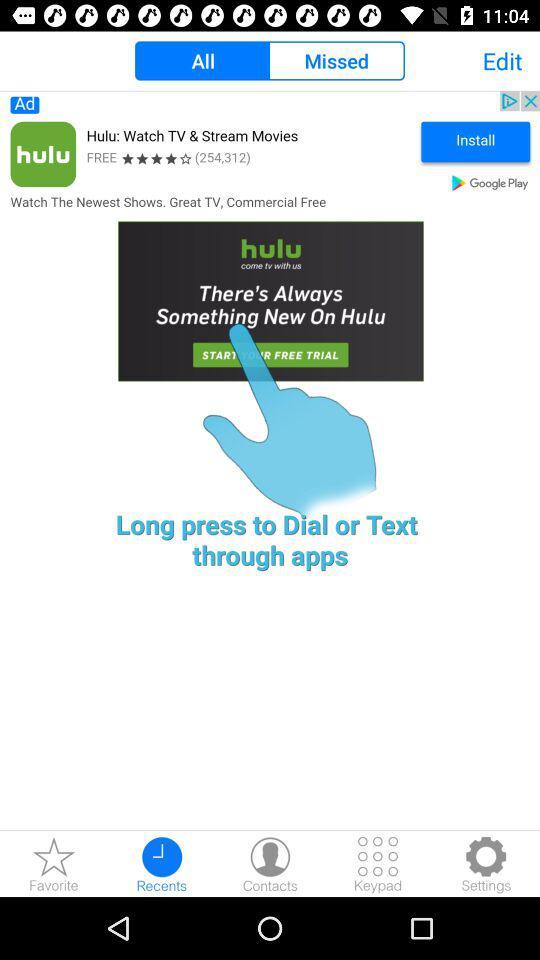 This screenshot has height=960, width=540. I want to click on the dialpad icon, so click(378, 863).